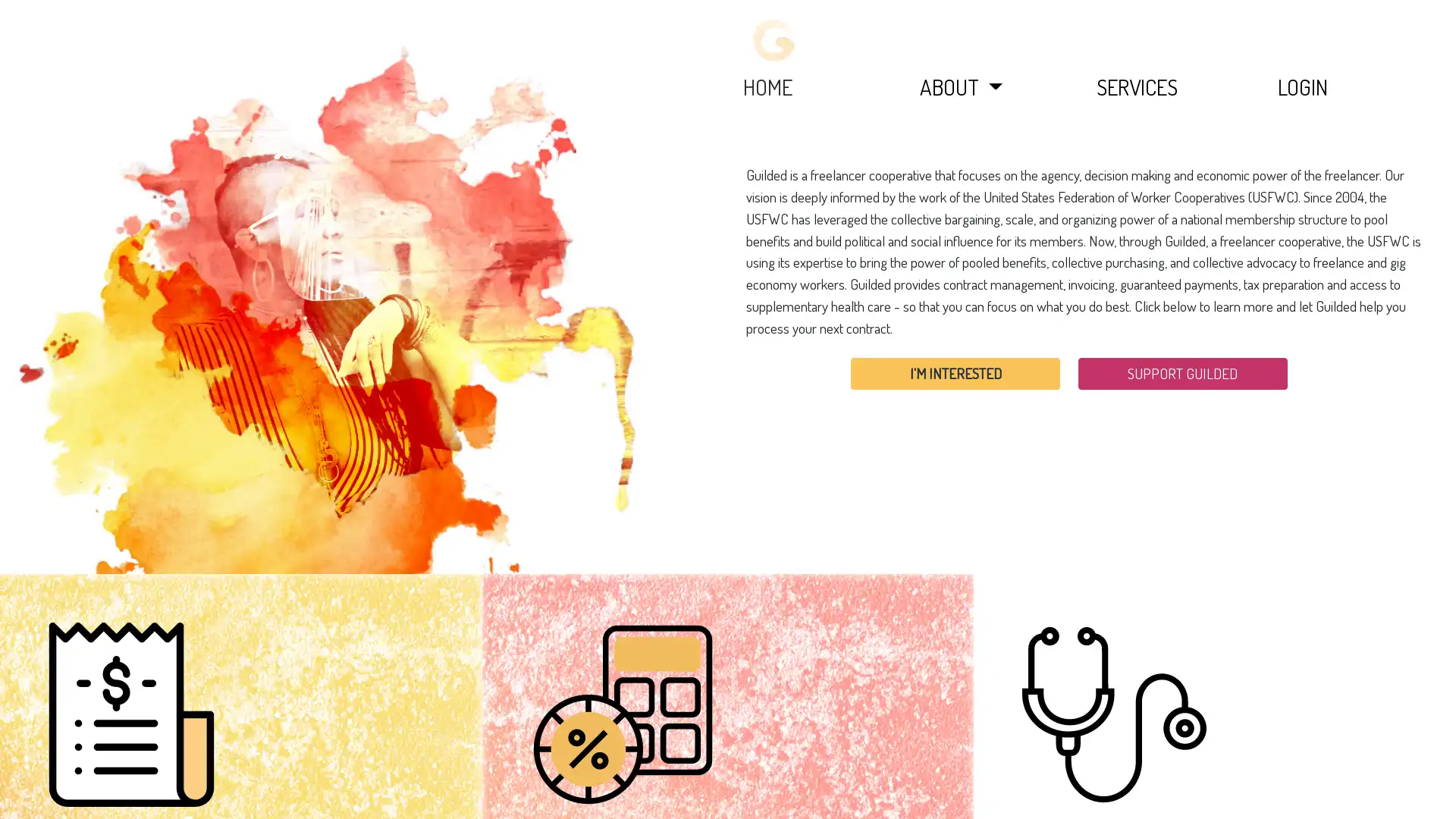 Image resolution: width=1456 pixels, height=819 pixels. I want to click on Toggle navigation, so click(774, 40).